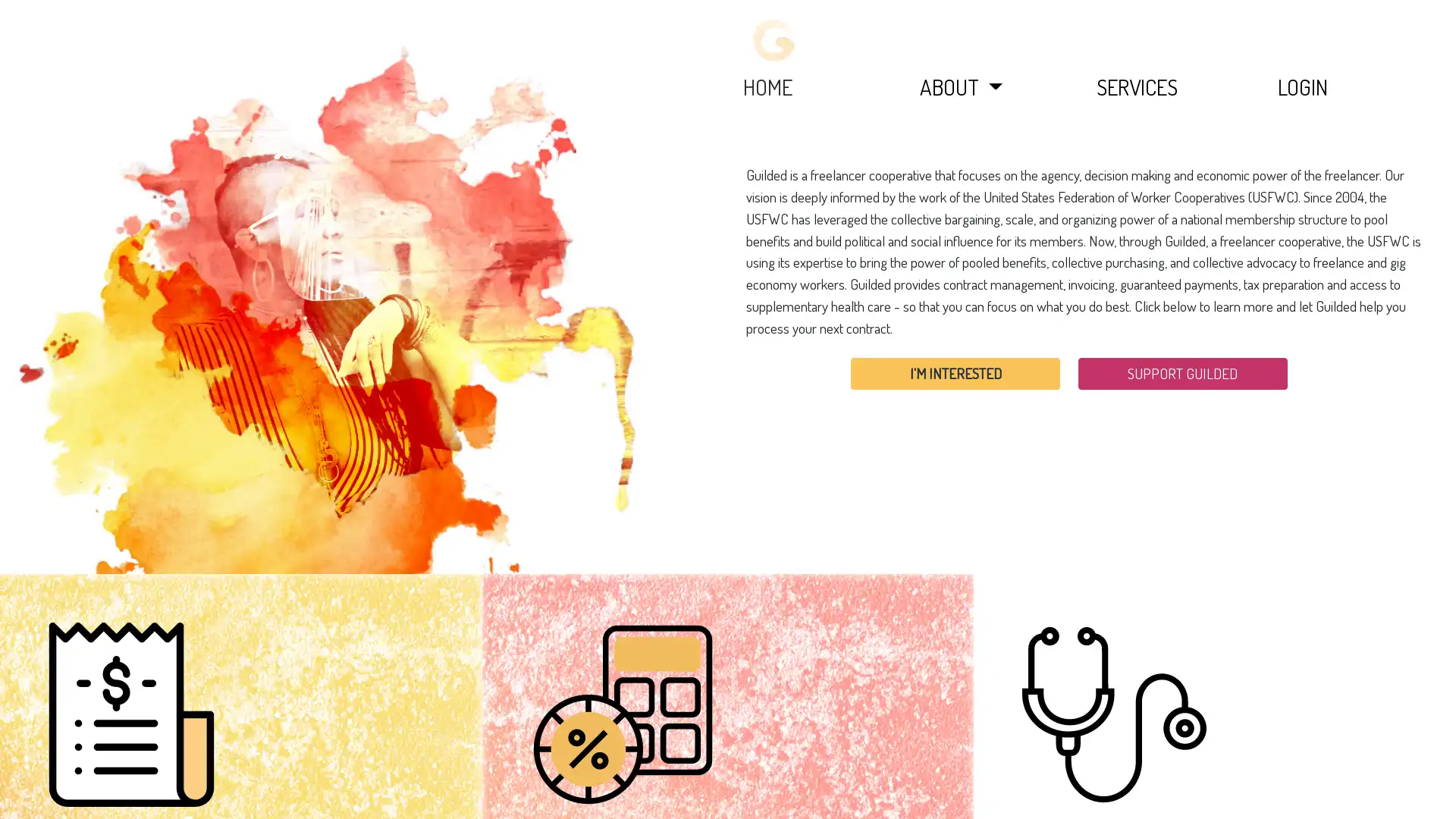 Image resolution: width=1456 pixels, height=819 pixels. I want to click on Toggle navigation, so click(774, 40).